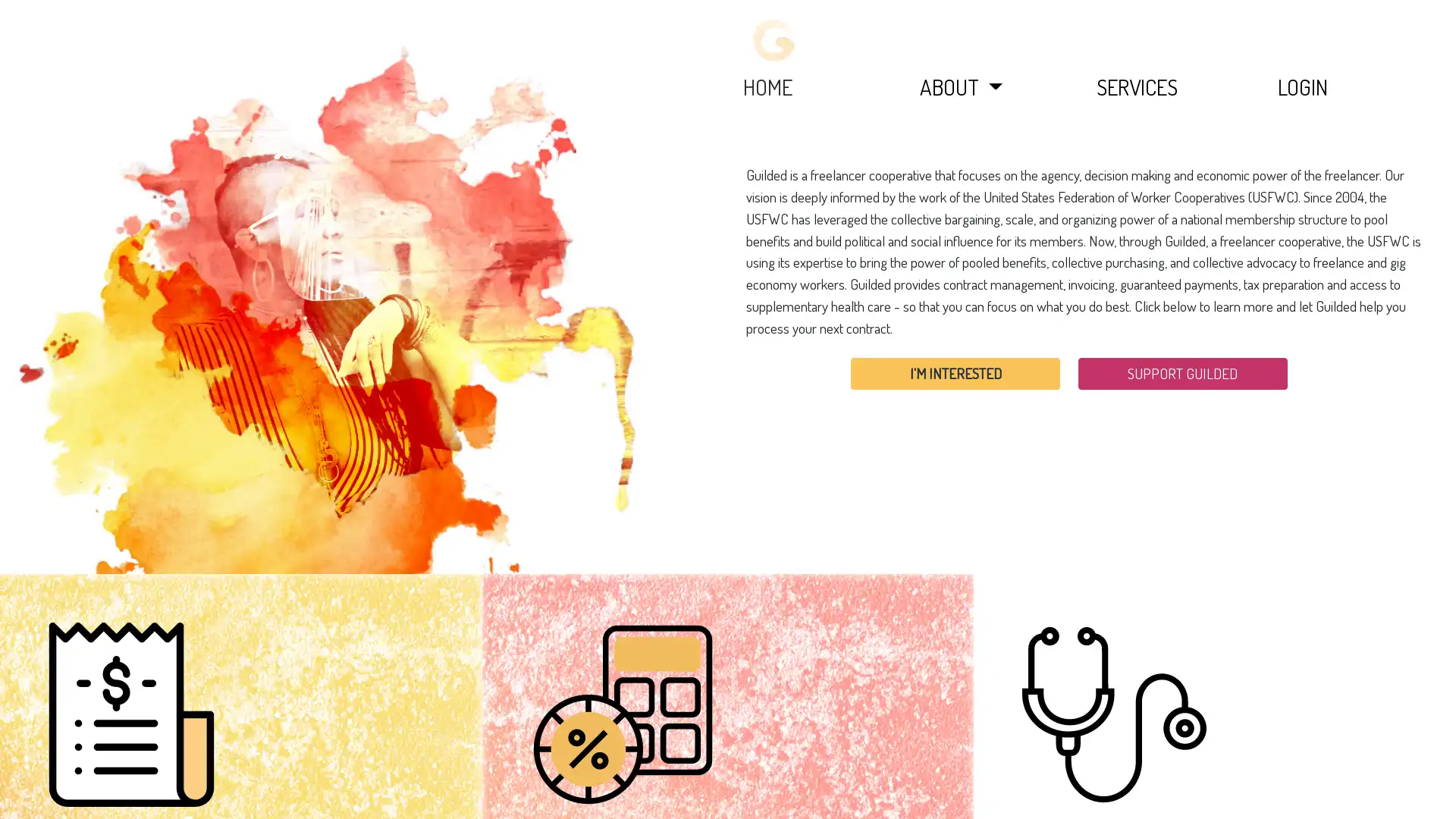 Image resolution: width=1456 pixels, height=819 pixels. I want to click on Toggle navigation, so click(774, 40).